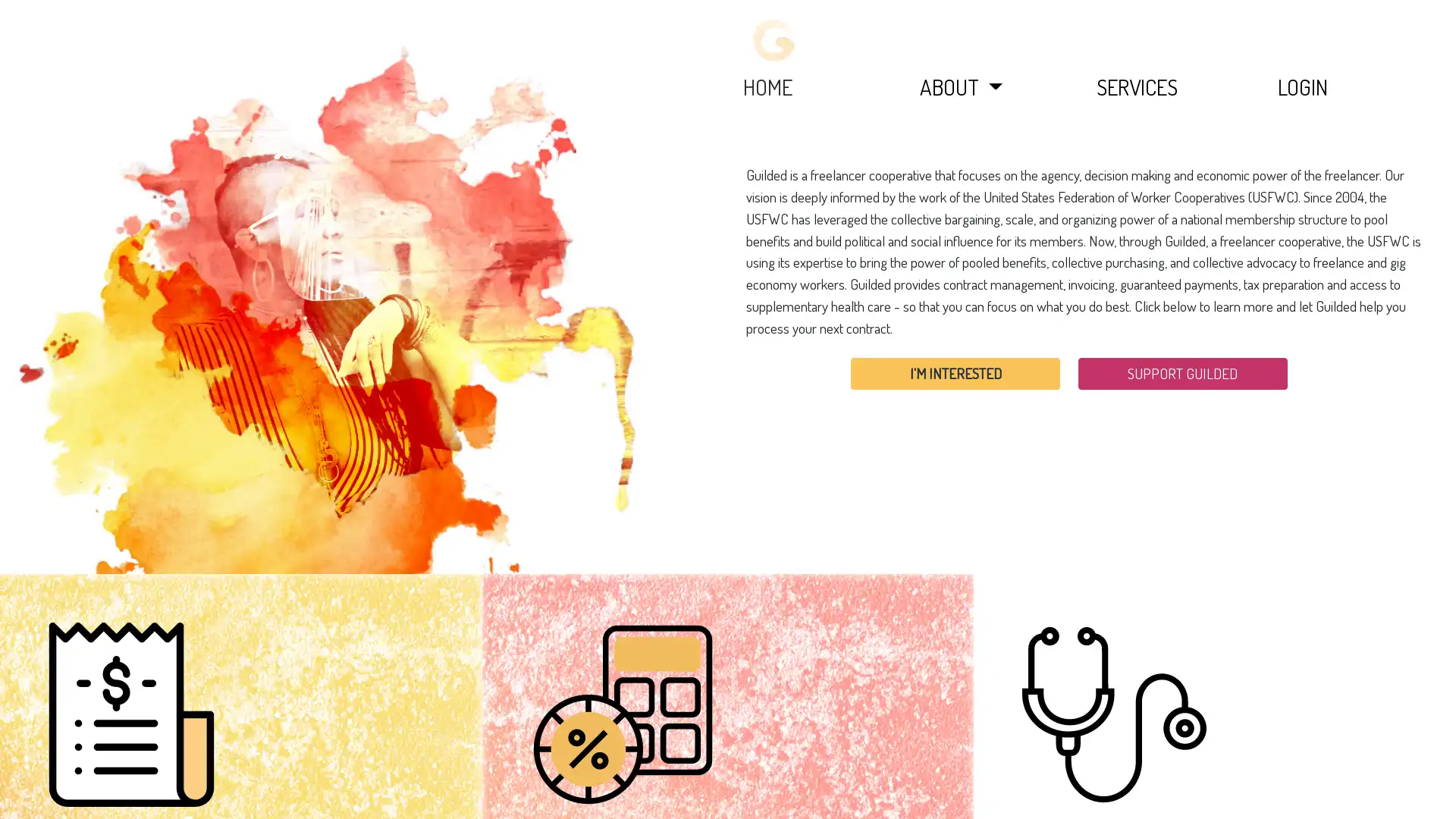 Image resolution: width=1456 pixels, height=819 pixels. I want to click on Toggle navigation, so click(774, 40).